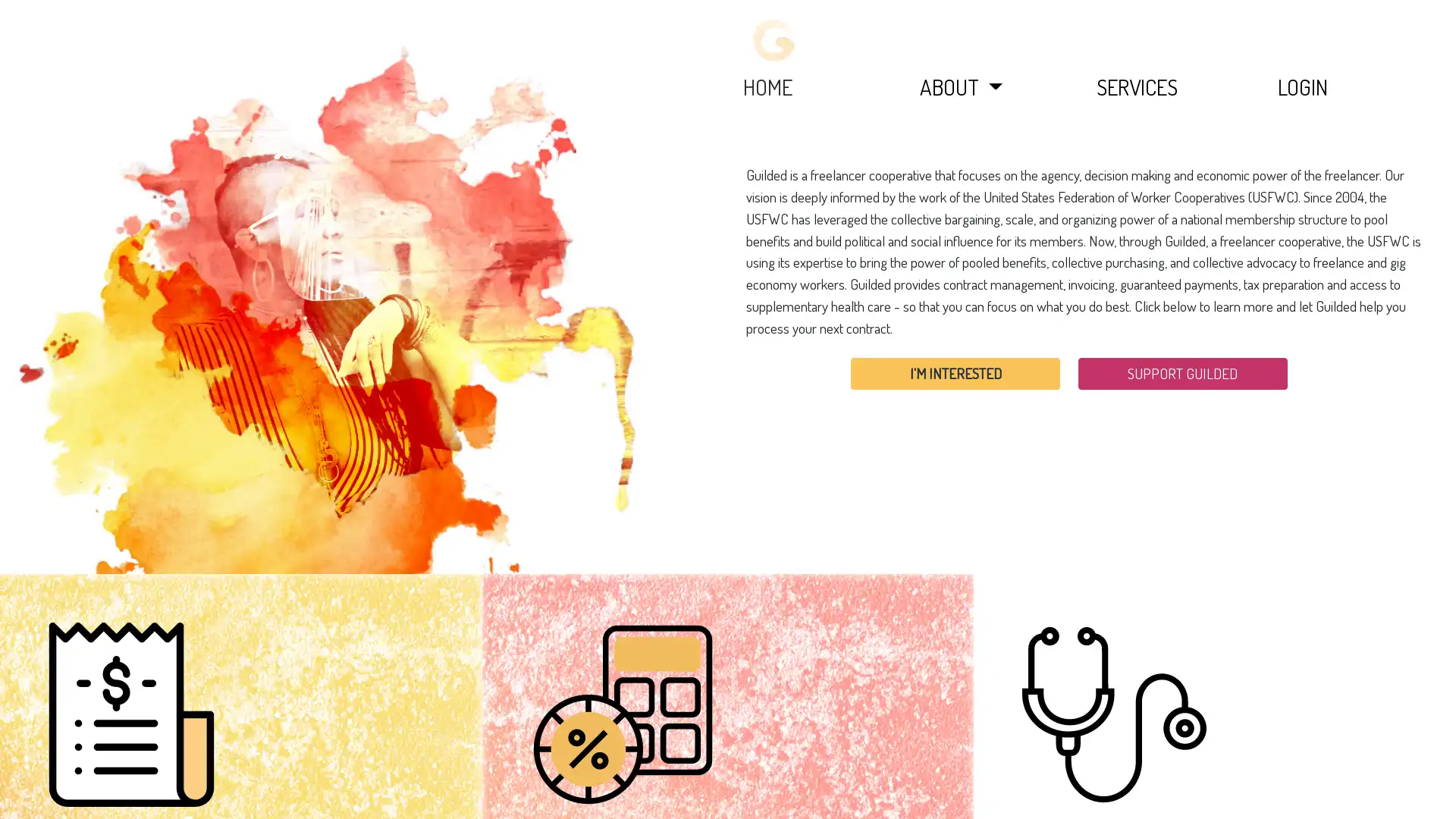 Image resolution: width=1456 pixels, height=819 pixels. I want to click on Toggle navigation, so click(774, 40).